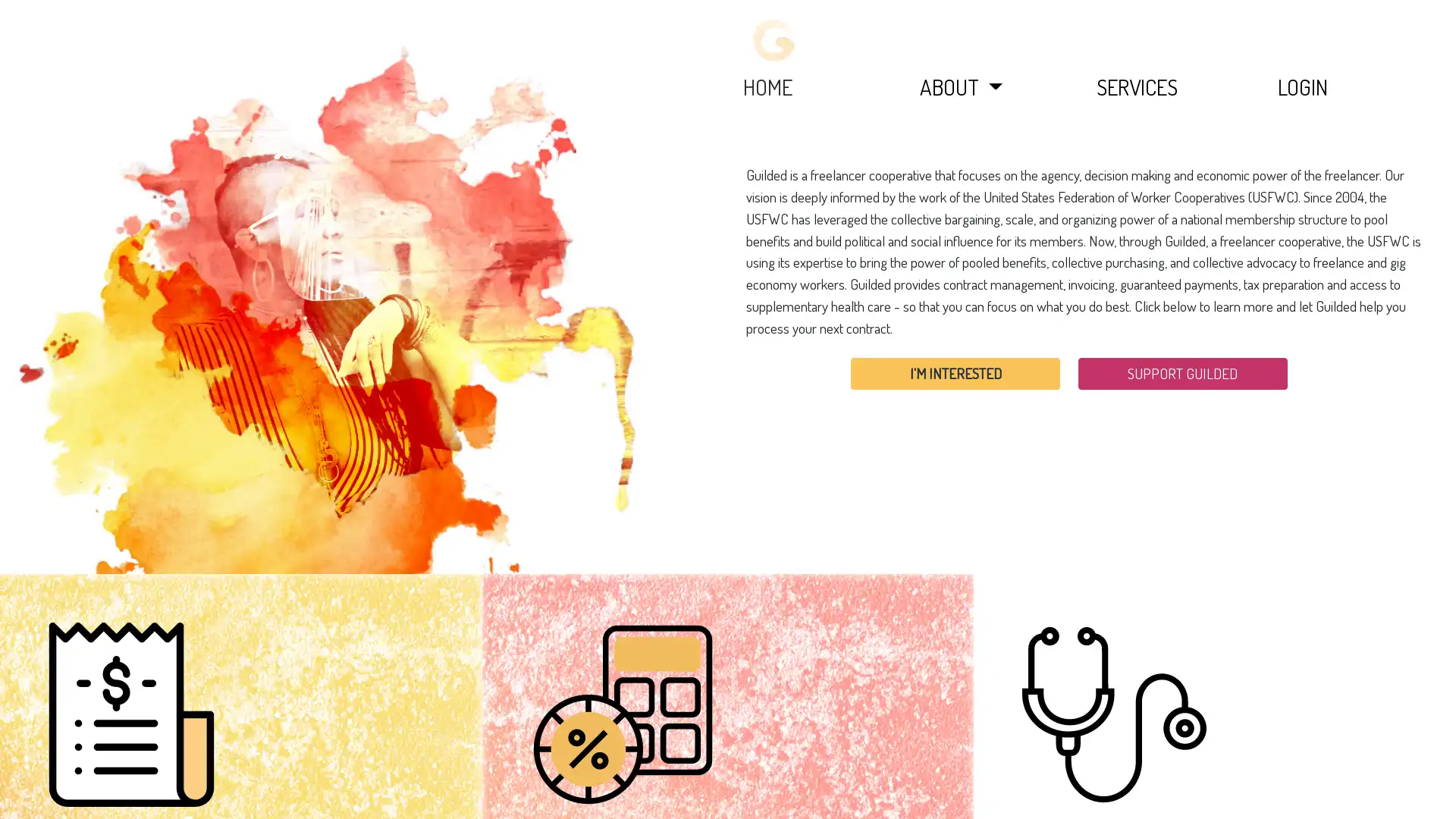 Image resolution: width=1456 pixels, height=819 pixels. I want to click on Toggle navigation, so click(774, 40).